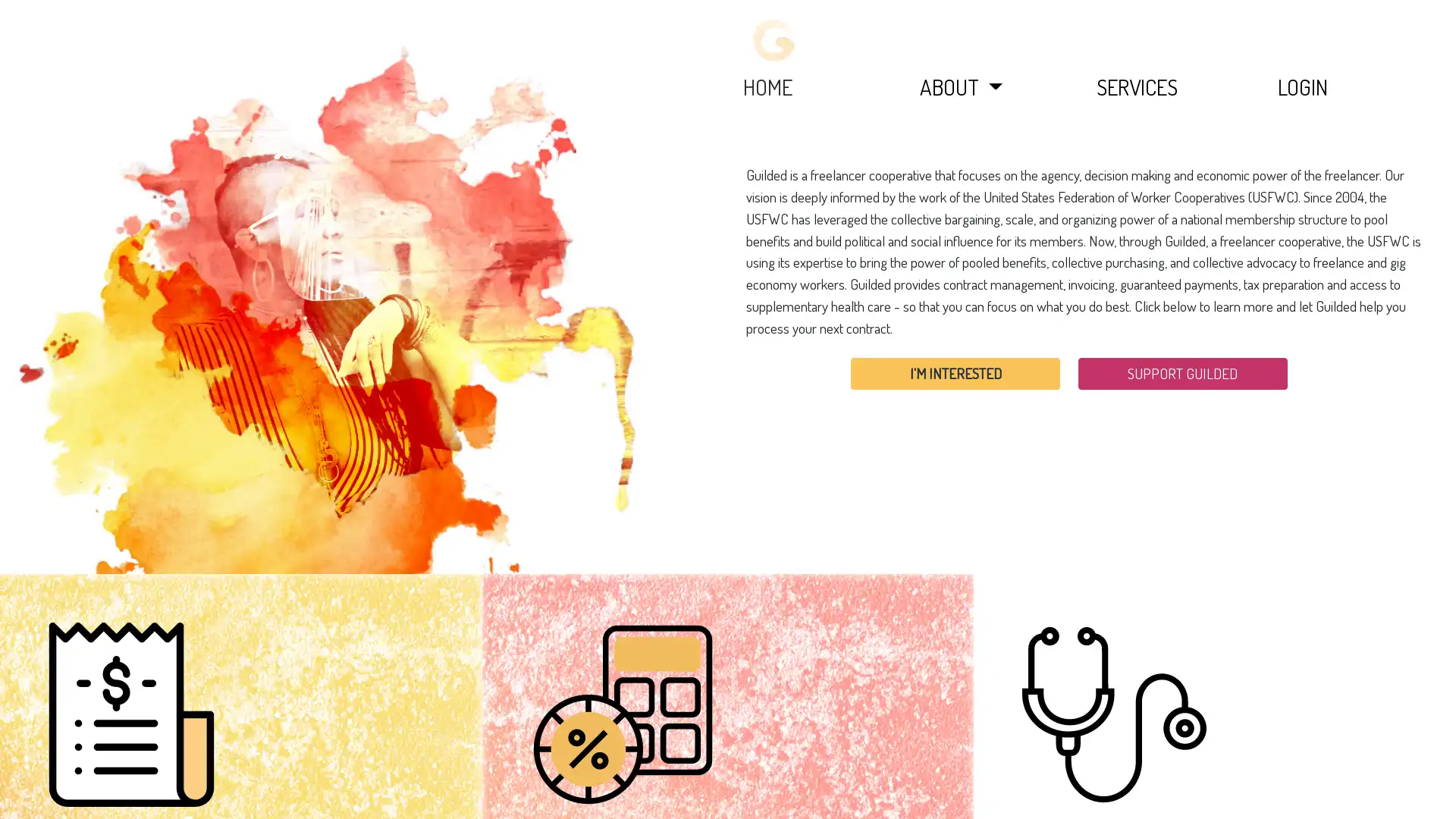 Image resolution: width=1456 pixels, height=819 pixels. I want to click on Toggle navigation, so click(774, 40).